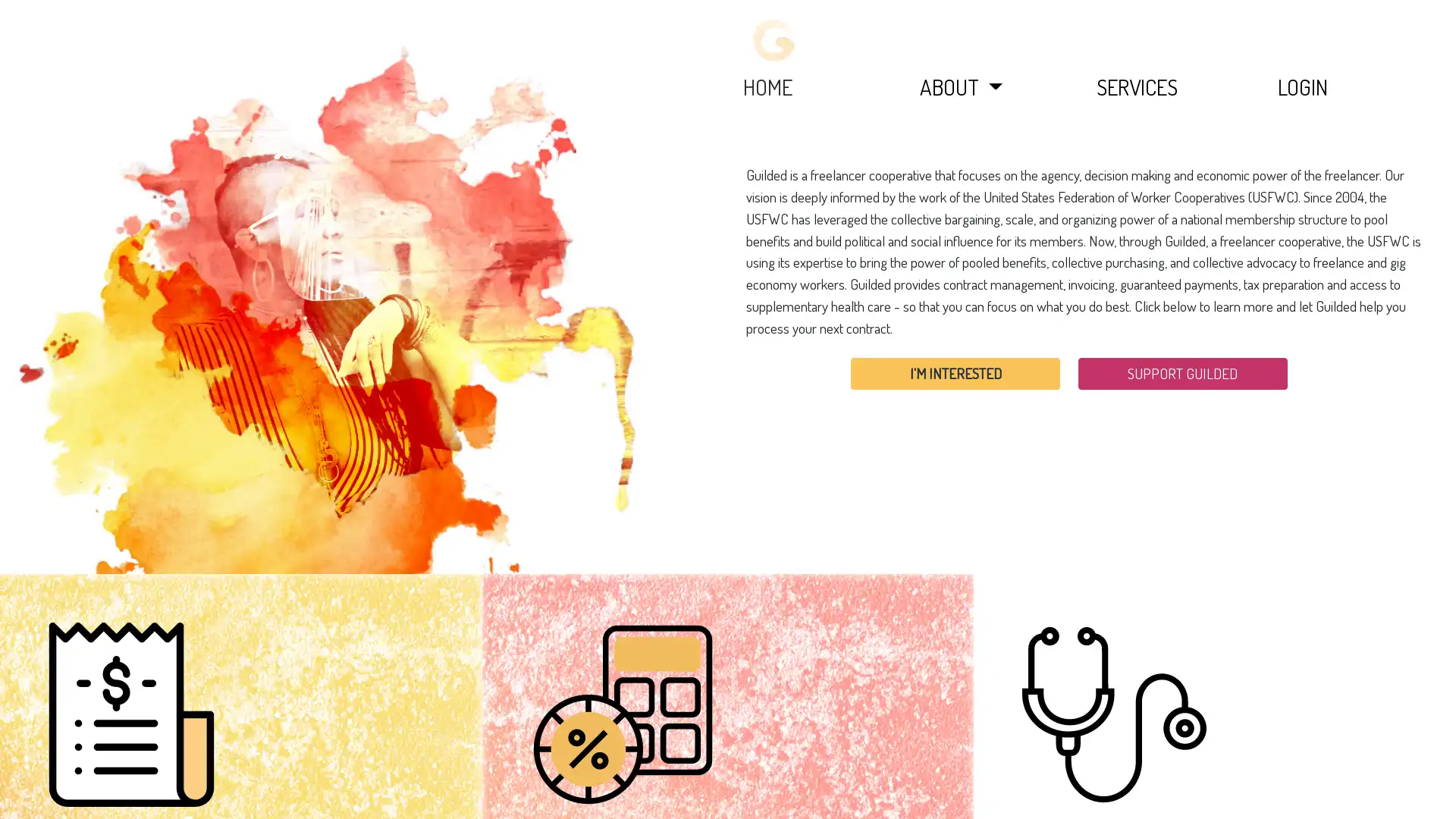 Image resolution: width=1456 pixels, height=819 pixels. I want to click on Toggle navigation, so click(774, 40).